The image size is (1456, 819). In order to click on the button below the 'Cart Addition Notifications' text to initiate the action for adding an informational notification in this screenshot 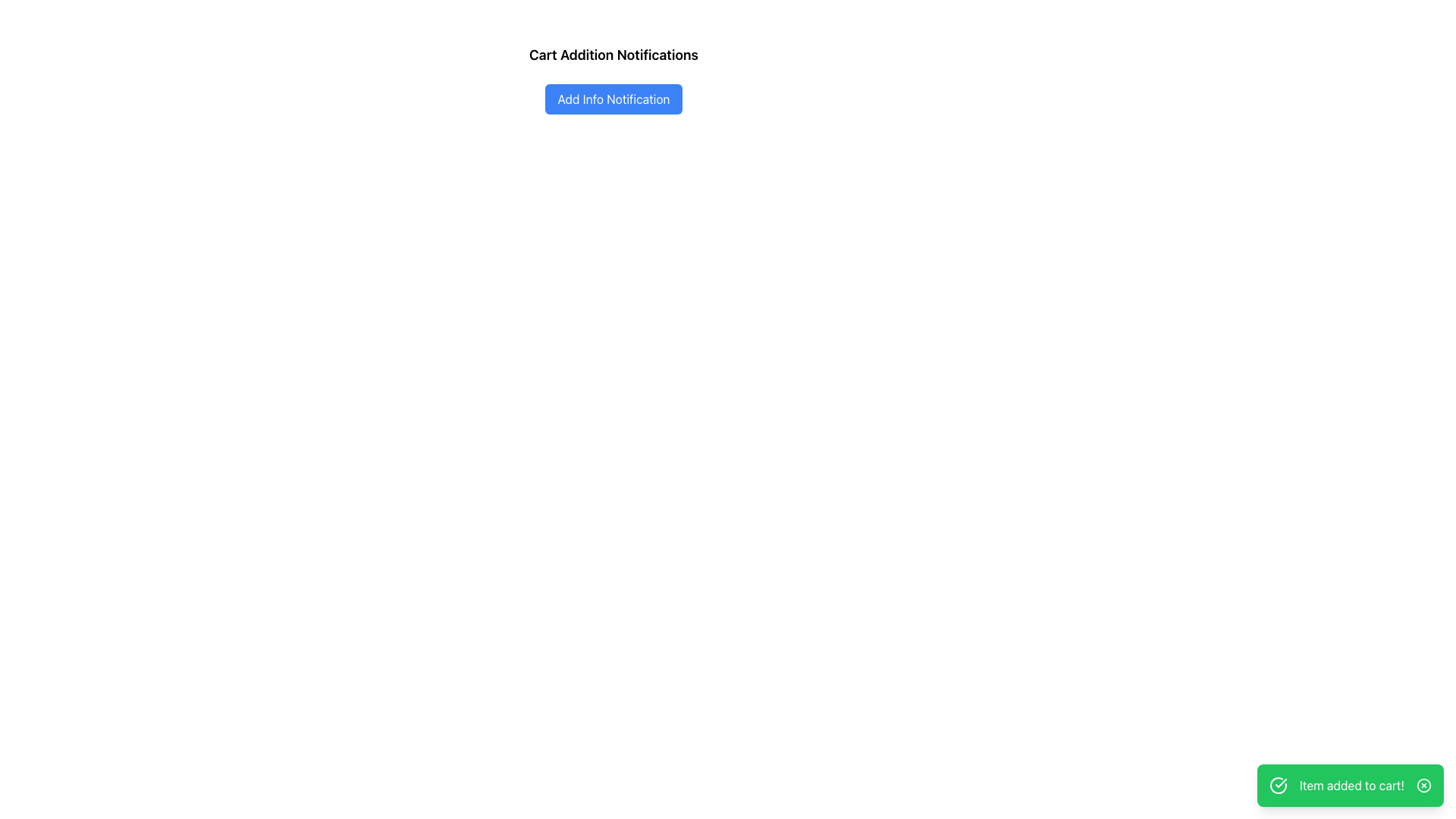, I will do `click(613, 99)`.